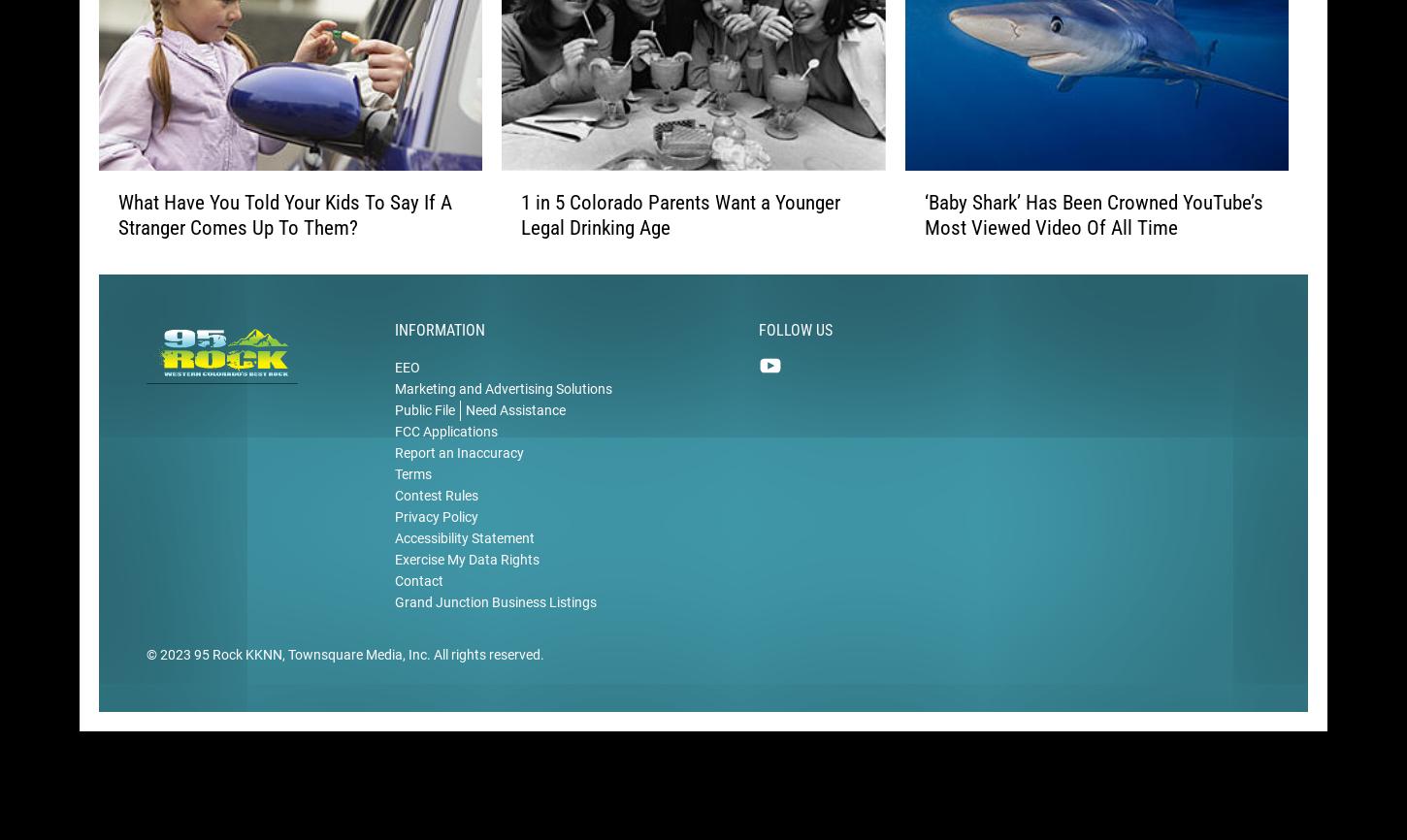 The height and width of the screenshot is (840, 1407). Describe the element at coordinates (458, 478) in the screenshot. I see `'Report an Inaccuracy'` at that location.